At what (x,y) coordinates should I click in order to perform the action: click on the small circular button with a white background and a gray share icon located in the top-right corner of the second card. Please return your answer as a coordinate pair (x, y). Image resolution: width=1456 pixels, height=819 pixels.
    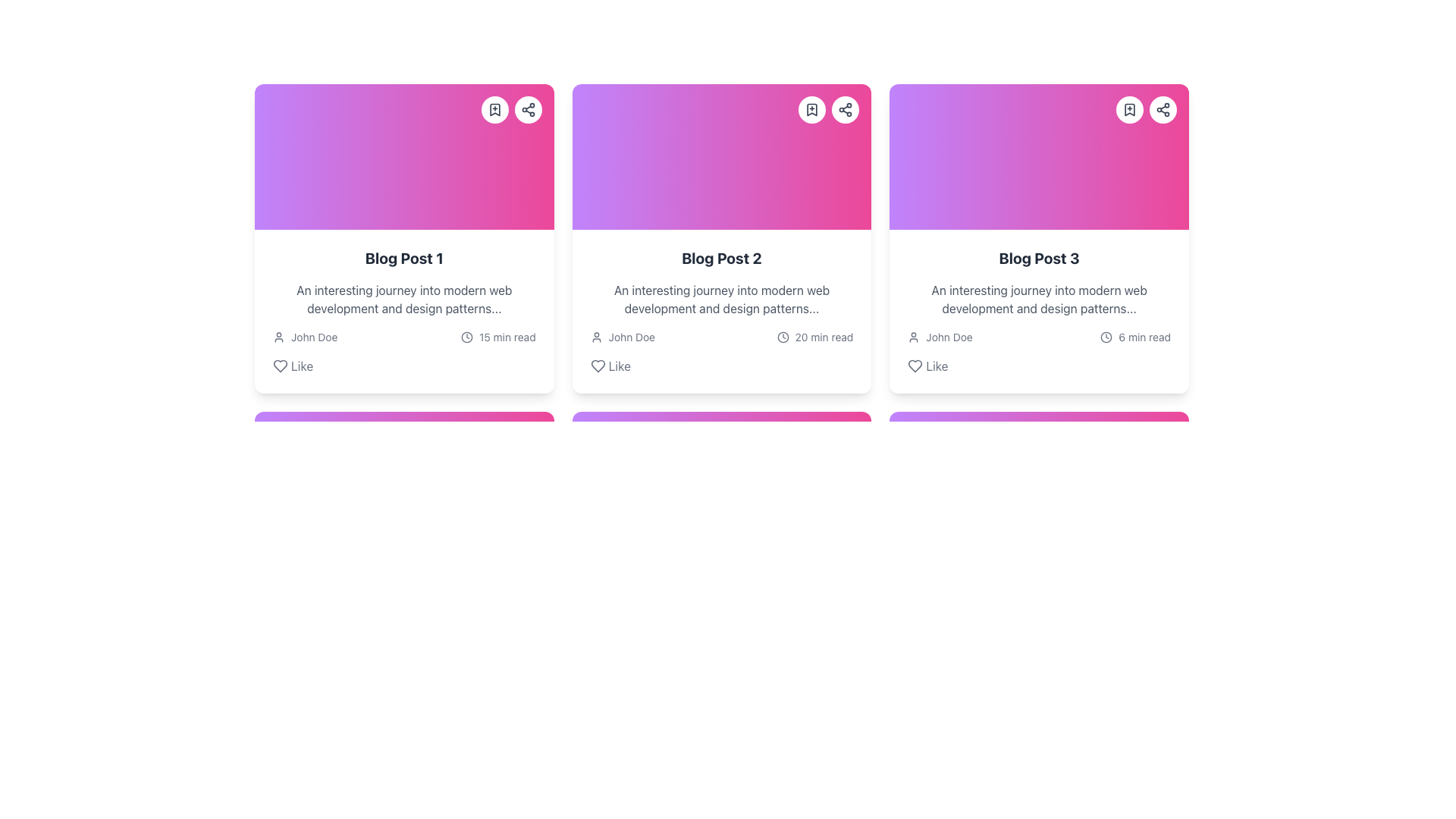
    Looking at the image, I should click on (845, 109).